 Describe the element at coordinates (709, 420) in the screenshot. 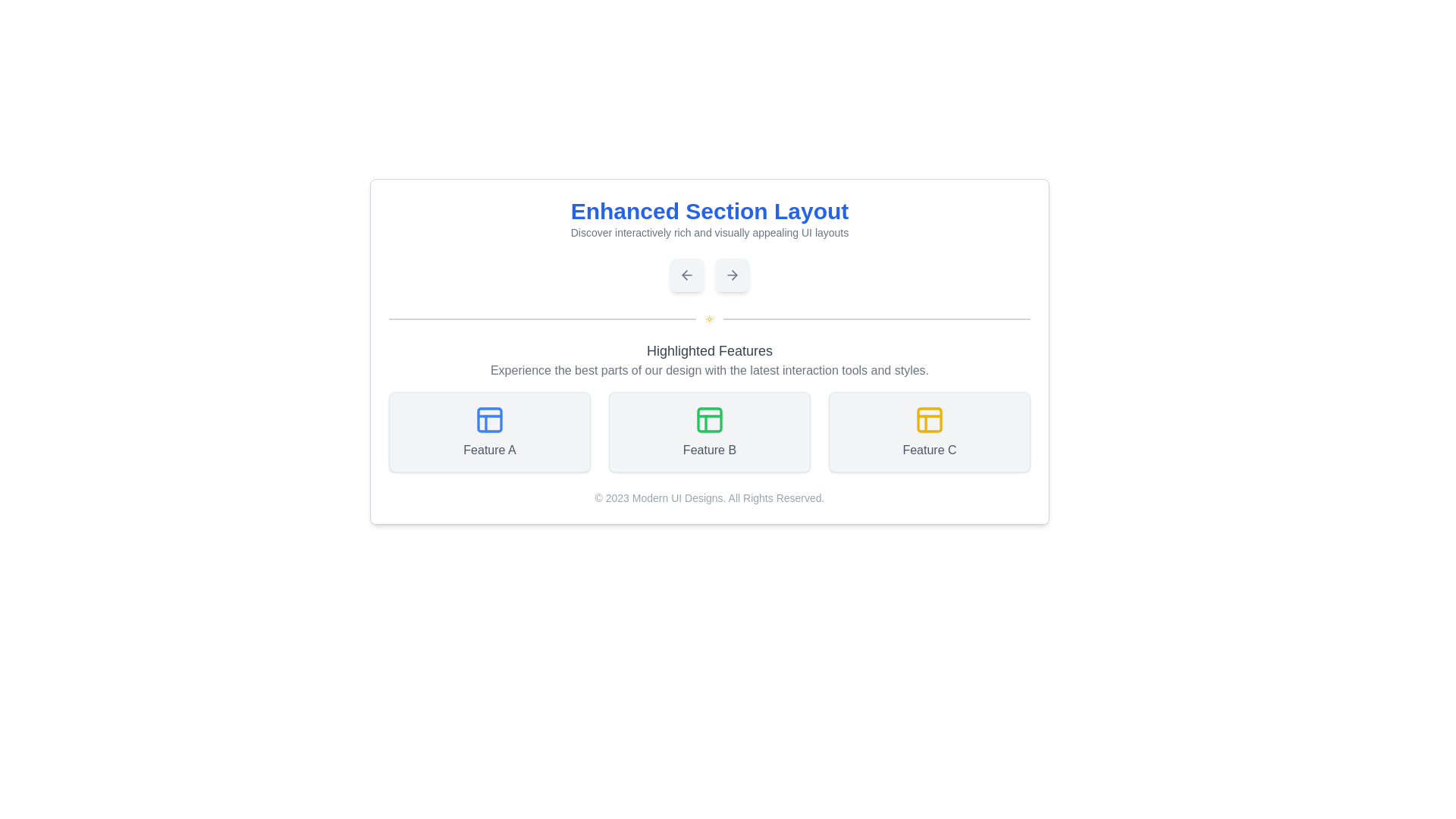

I see `the square graphic with rounded corners and a green border located in the 'Highlighted Features' section, specifically in 'Feature B.'` at that location.